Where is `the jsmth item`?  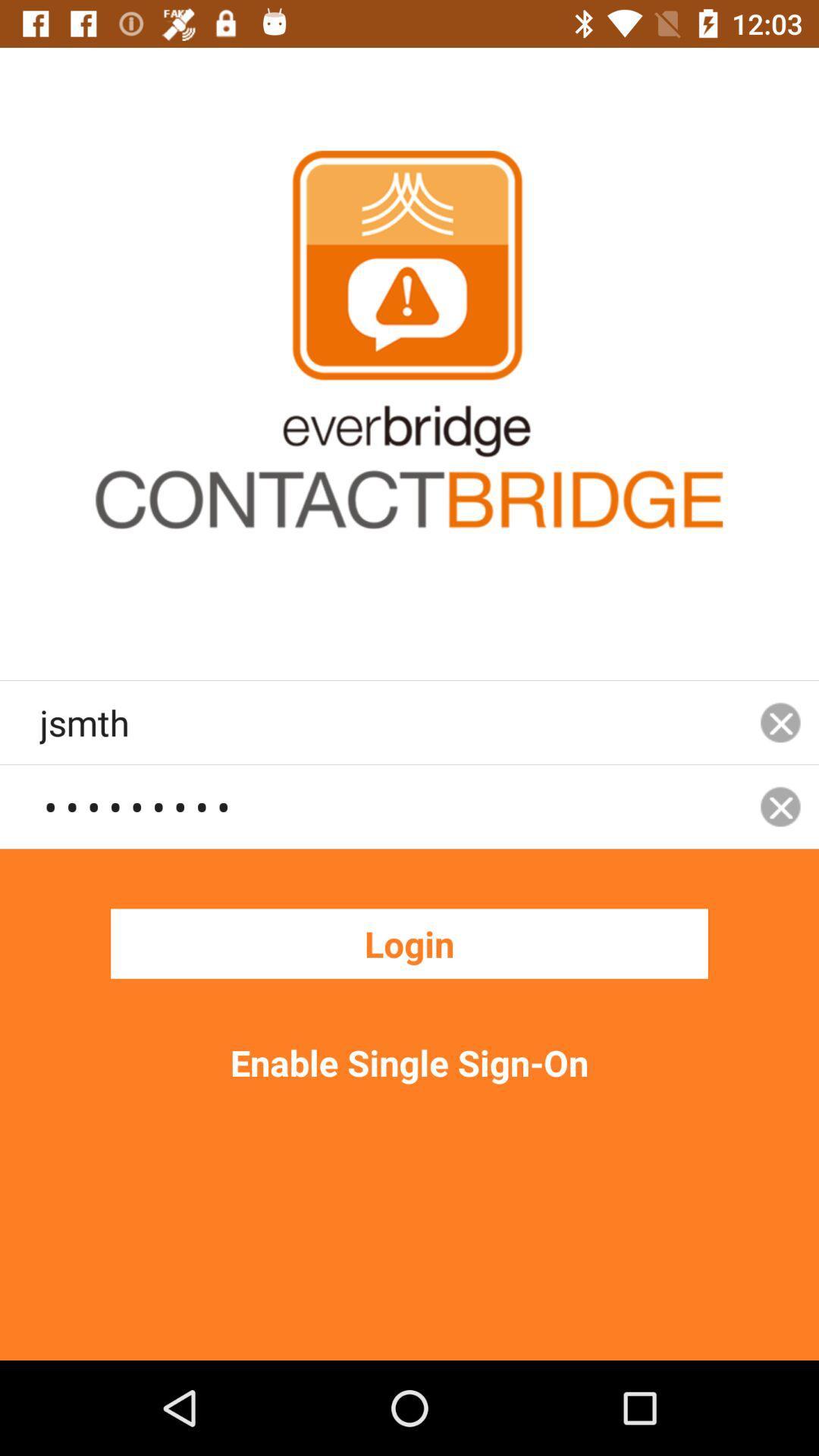
the jsmth item is located at coordinates (390, 721).